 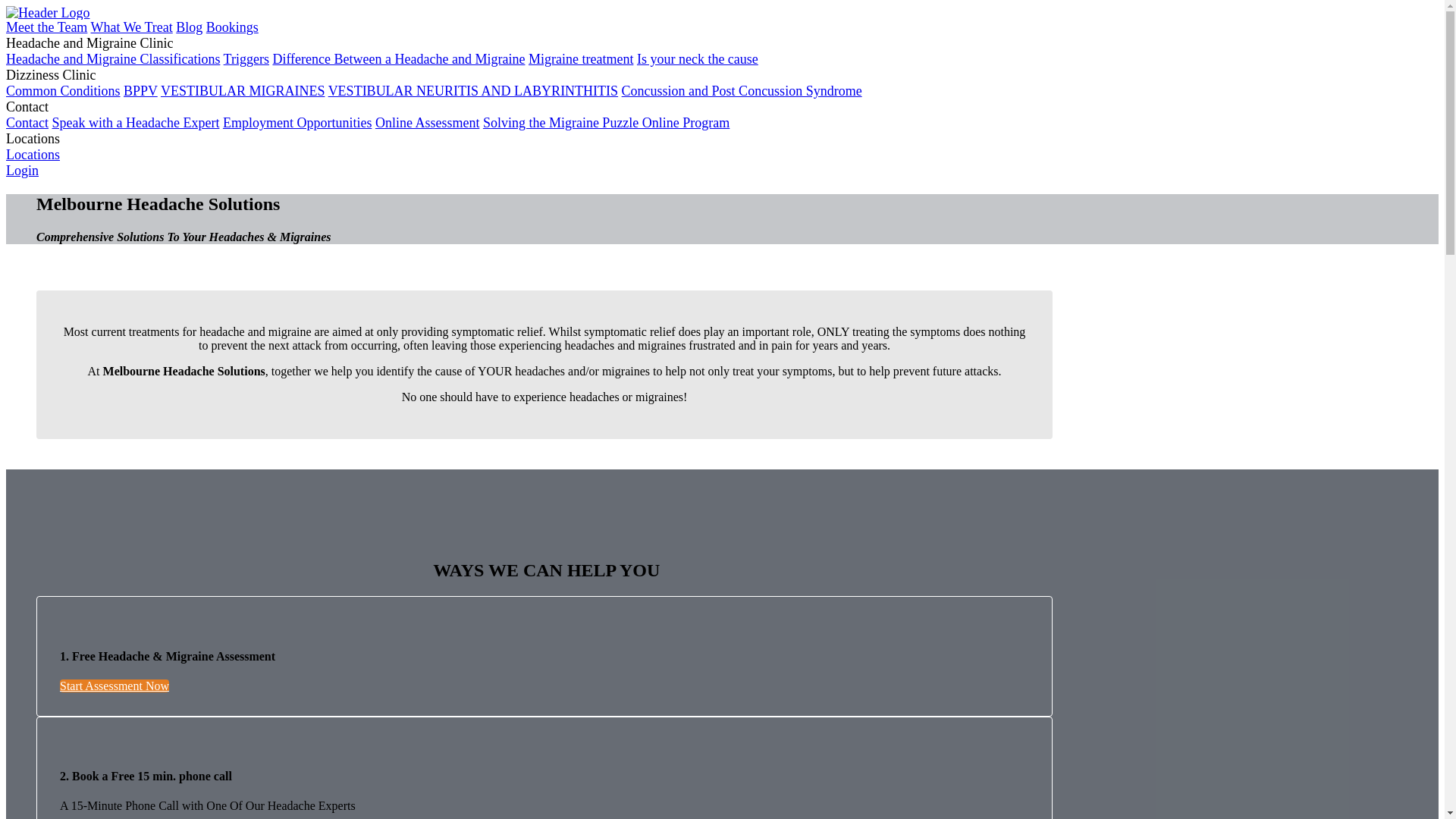 What do you see at coordinates (140, 90) in the screenshot?
I see `'BPPV'` at bounding box center [140, 90].